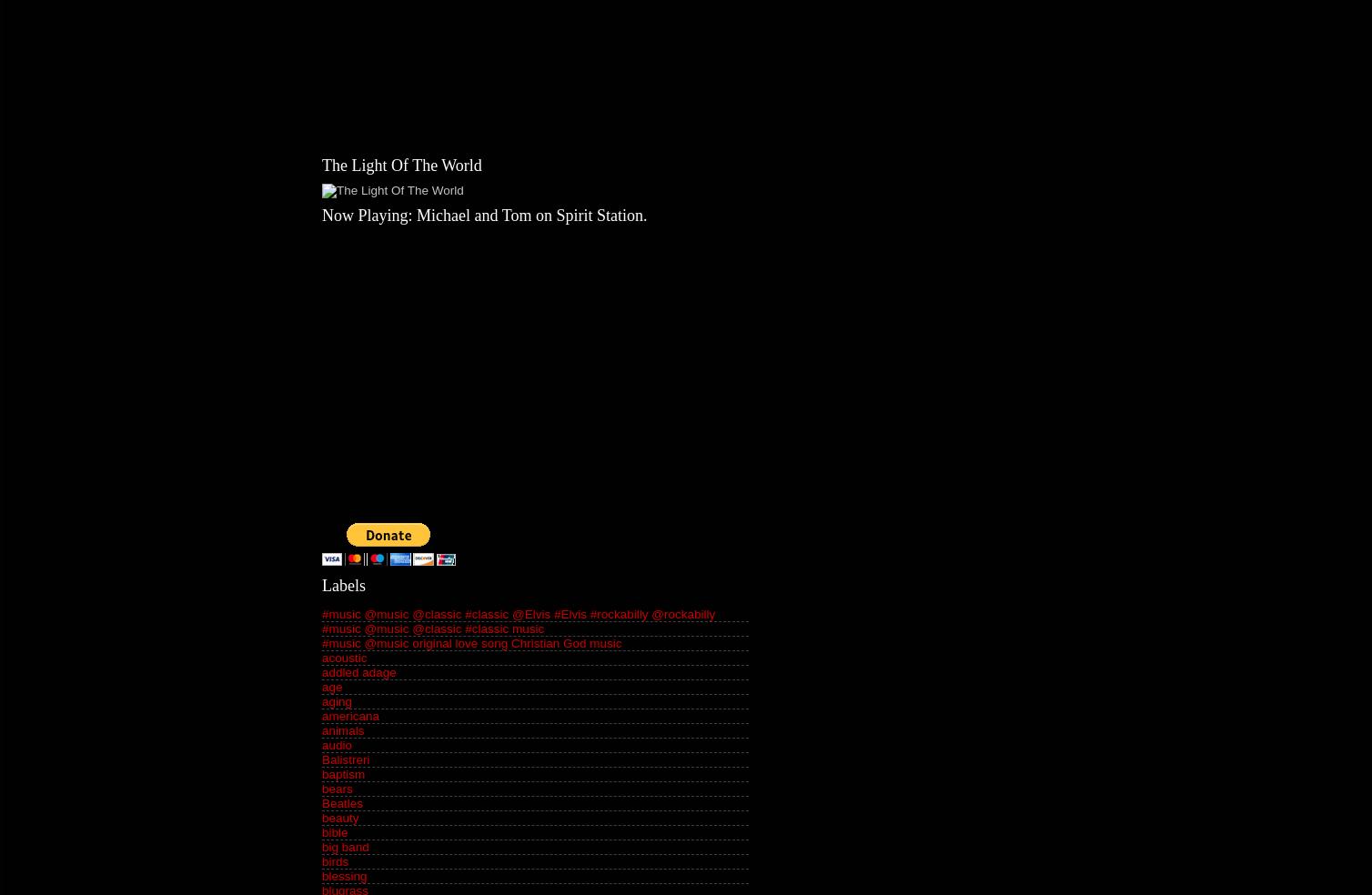 The image size is (1372, 895). Describe the element at coordinates (344, 658) in the screenshot. I see `'acoustic'` at that location.